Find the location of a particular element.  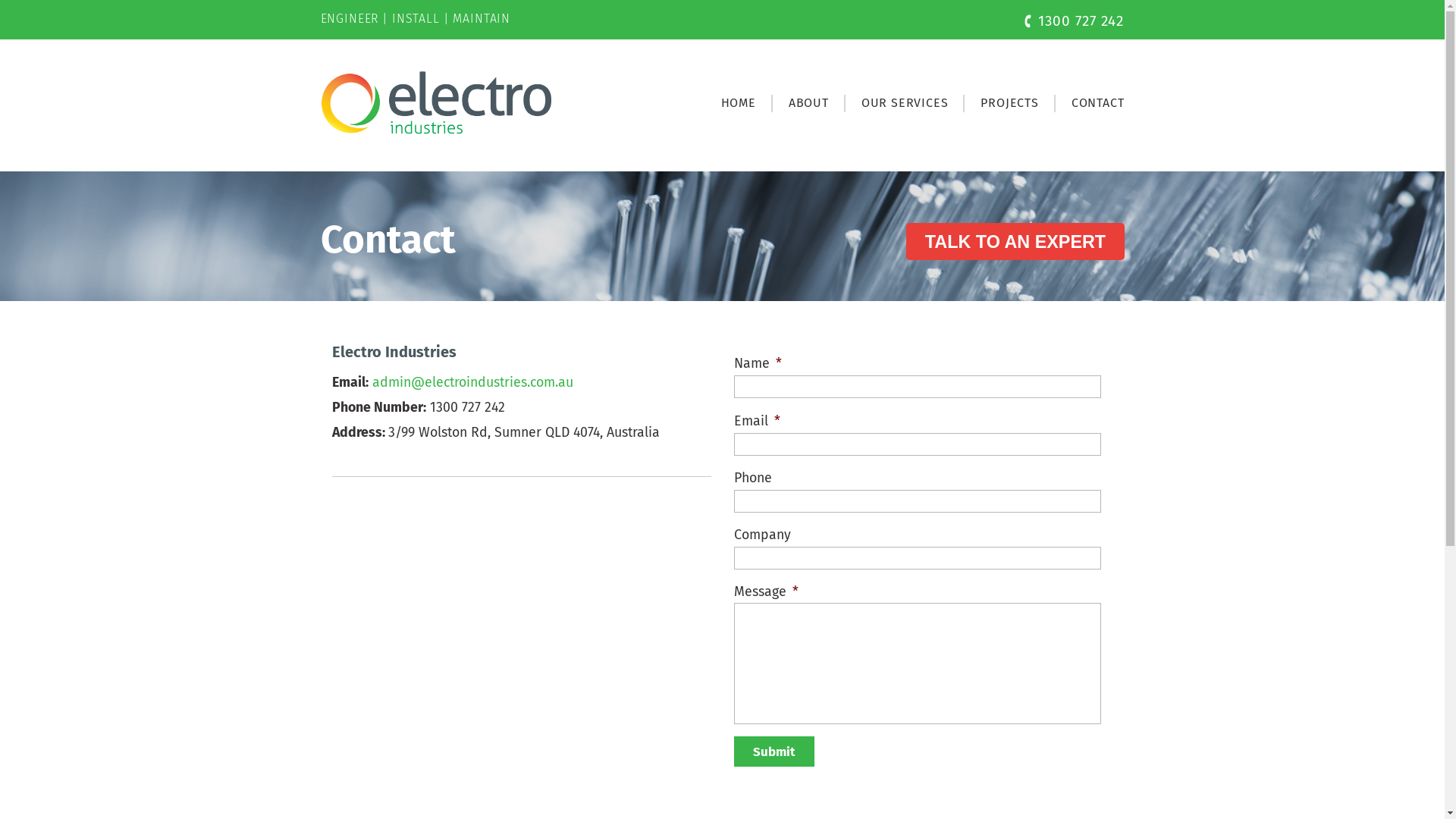

'admin@electroindustries.com.au' is located at coordinates (471, 381).